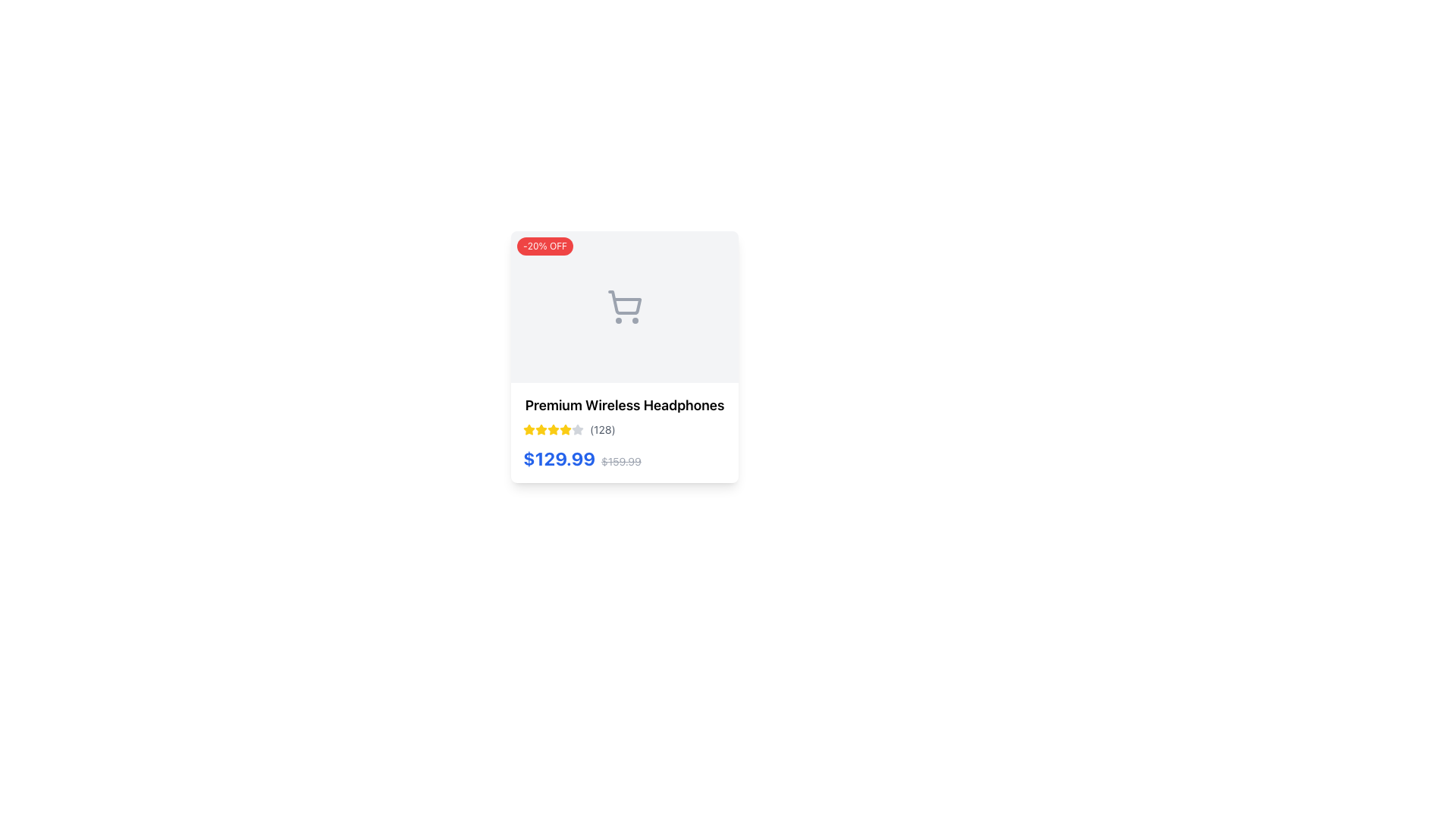 The width and height of the screenshot is (1456, 819). I want to click on the product add-to-cart icon located at the center of the card above the product description, so click(625, 307).